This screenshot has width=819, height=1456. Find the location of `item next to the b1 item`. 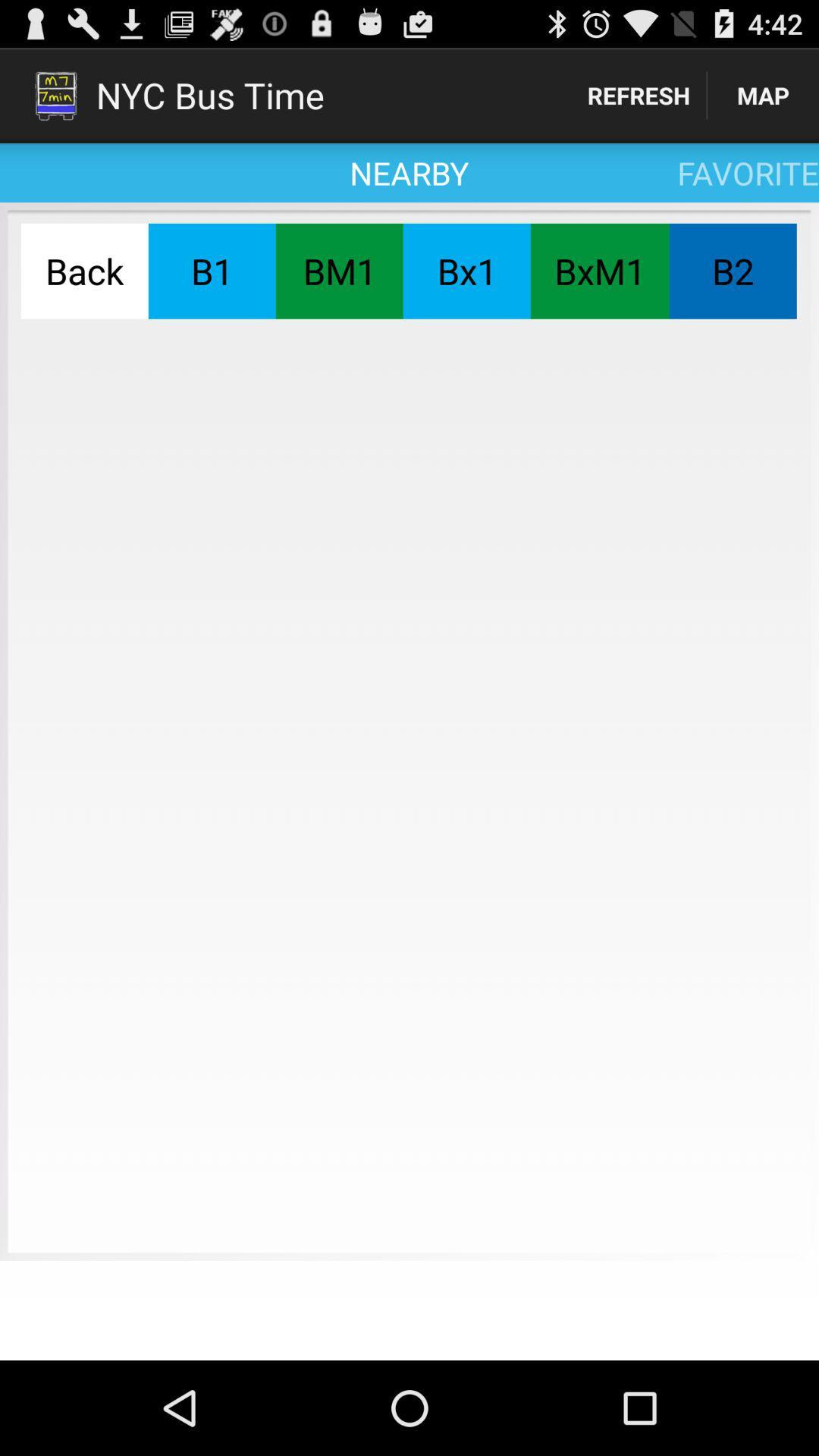

item next to the b1 item is located at coordinates (338, 271).